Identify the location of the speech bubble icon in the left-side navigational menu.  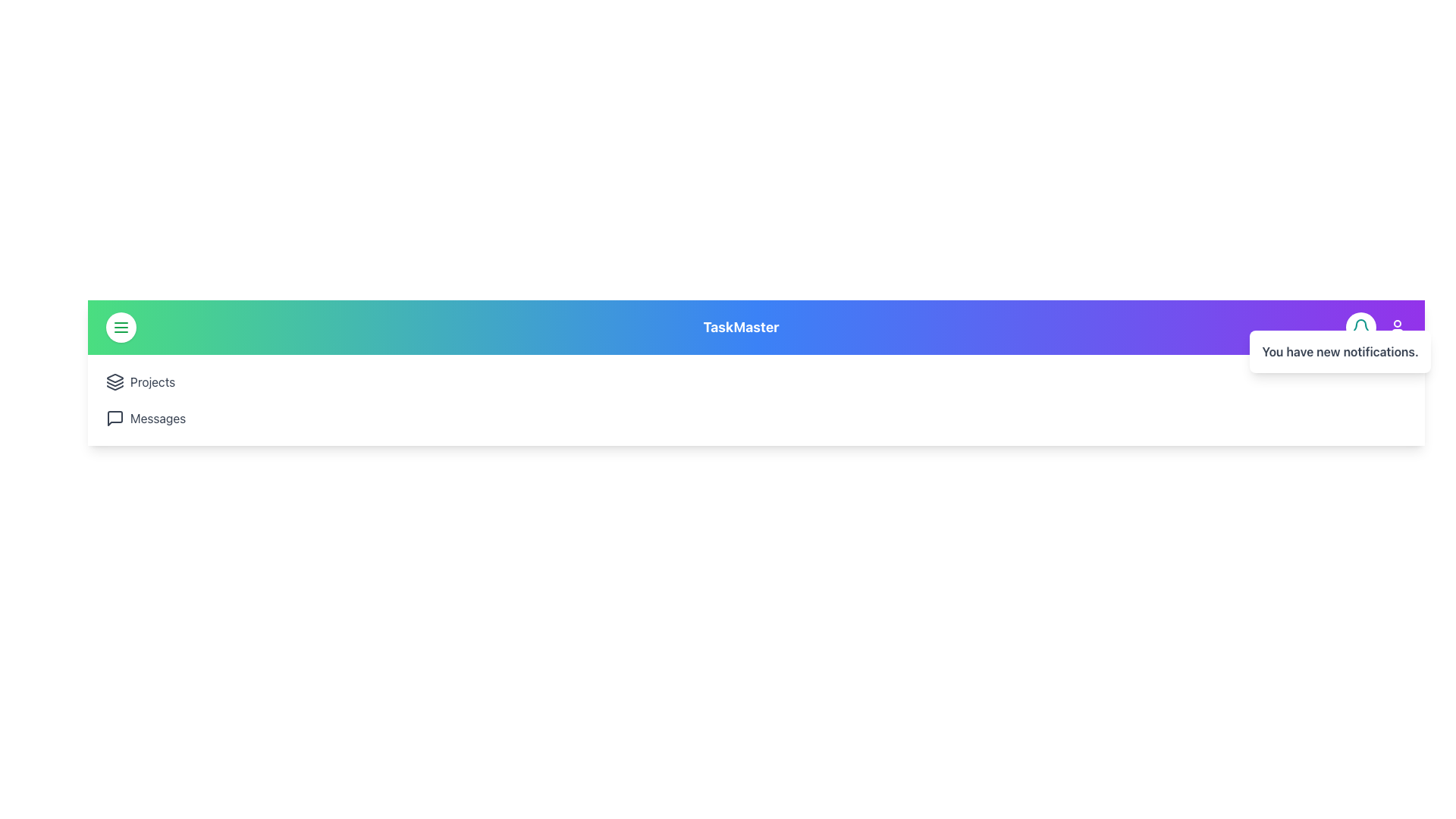
(115, 418).